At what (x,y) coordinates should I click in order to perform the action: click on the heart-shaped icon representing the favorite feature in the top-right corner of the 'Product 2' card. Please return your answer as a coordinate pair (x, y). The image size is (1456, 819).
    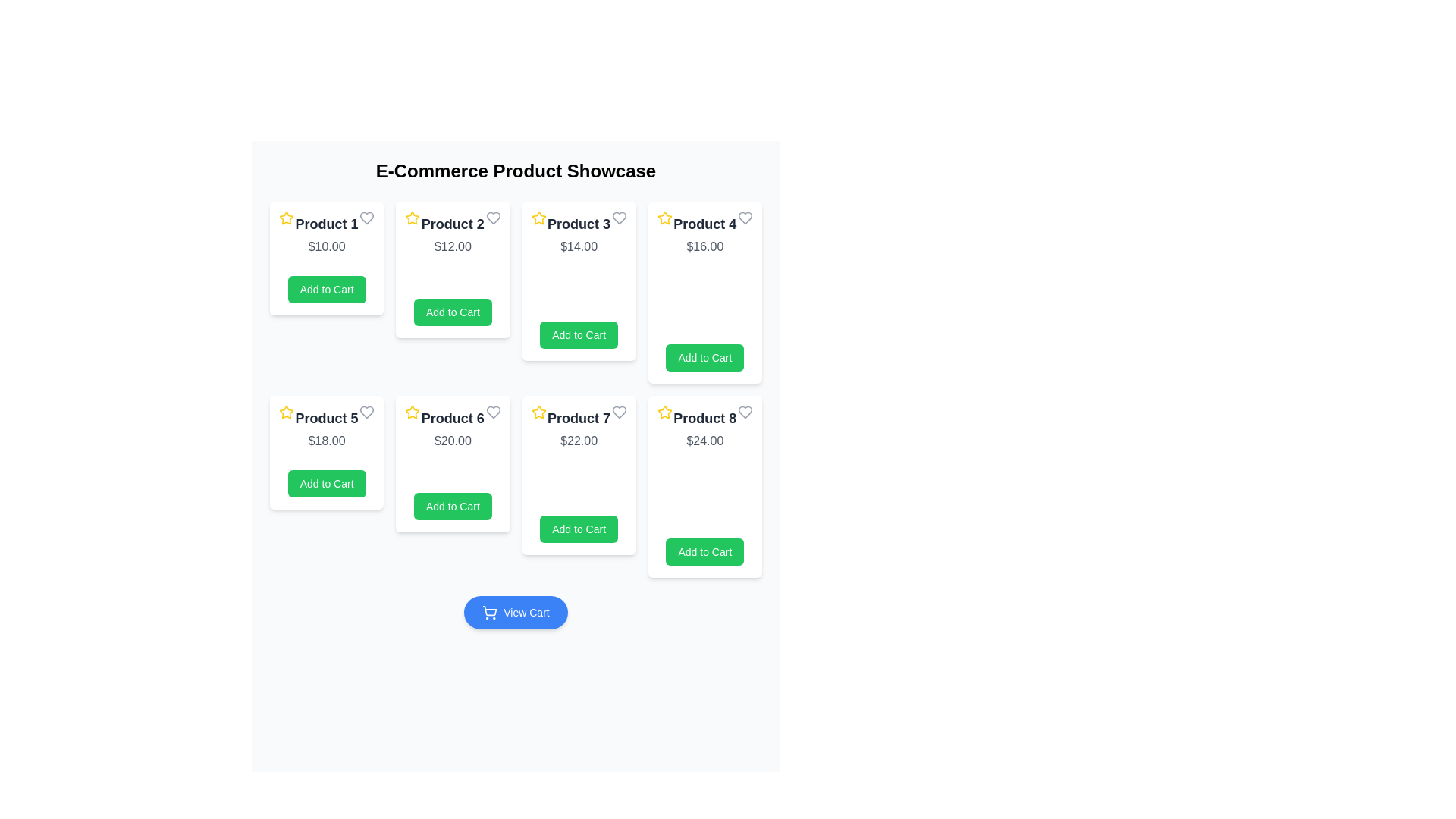
    Looking at the image, I should click on (493, 218).